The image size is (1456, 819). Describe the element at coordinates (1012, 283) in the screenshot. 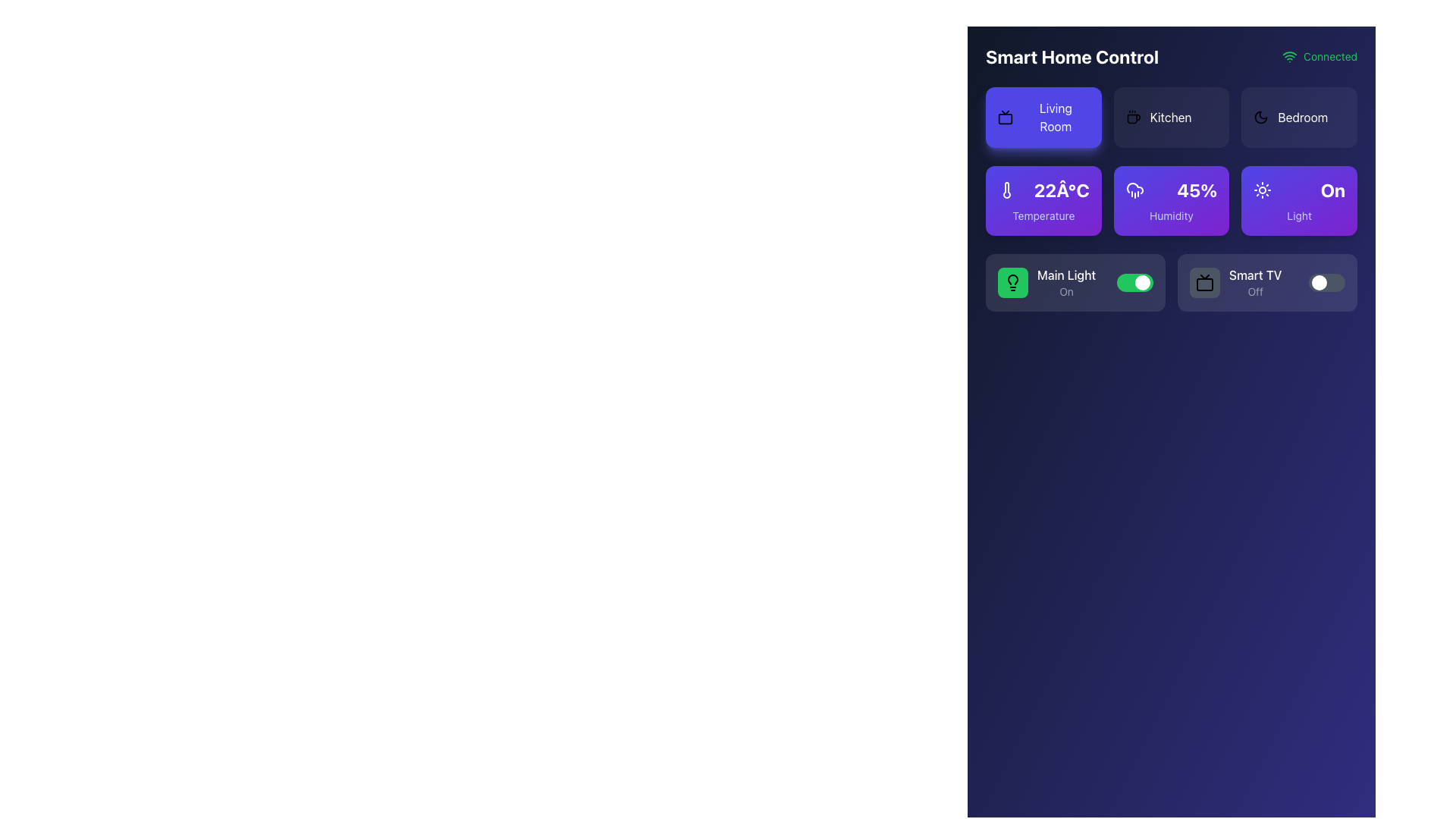

I see `the Icon block representing the 'Main Light' feature in the smart home control interface` at that location.